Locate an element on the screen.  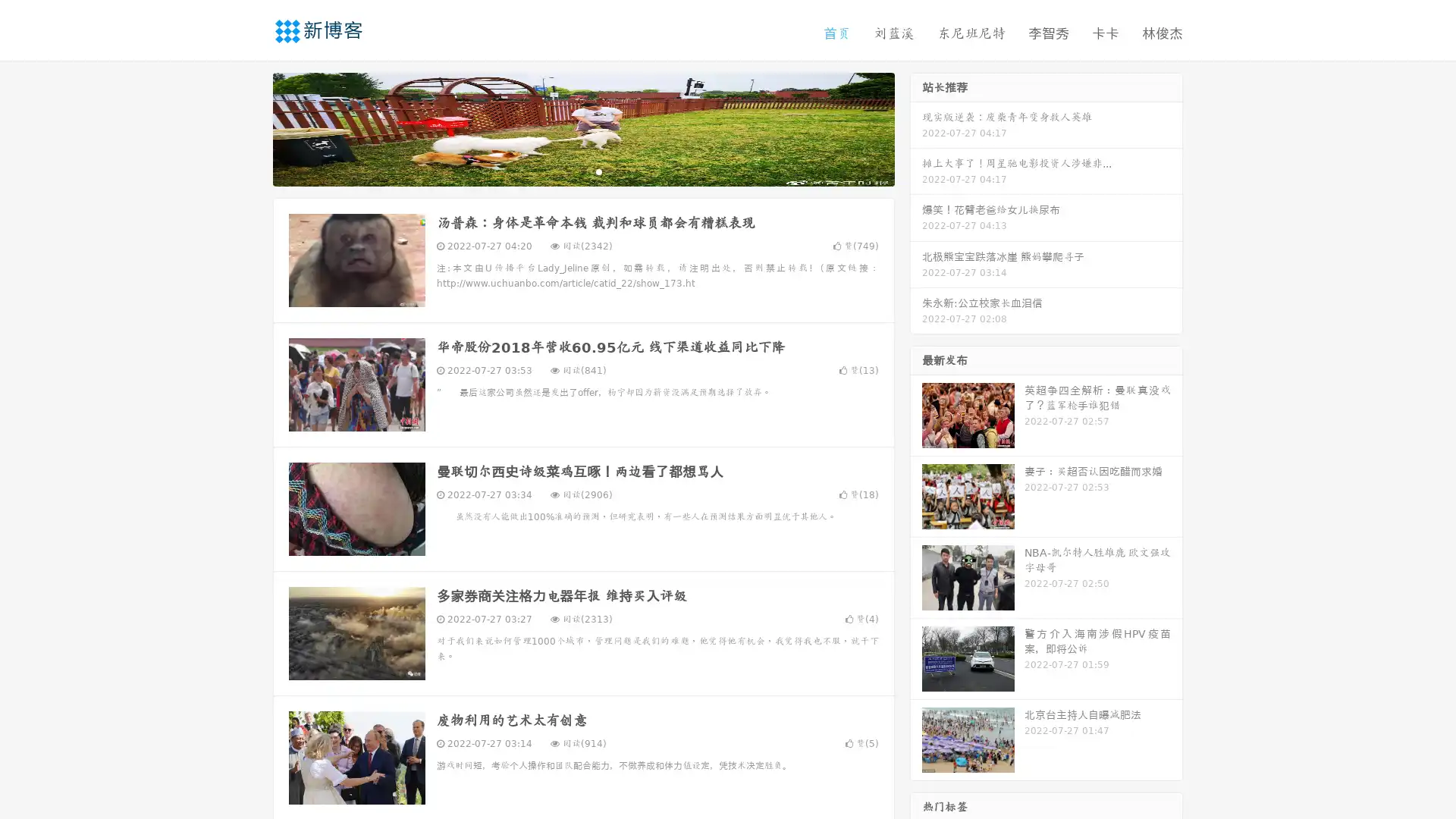
Go to slide 2 is located at coordinates (582, 171).